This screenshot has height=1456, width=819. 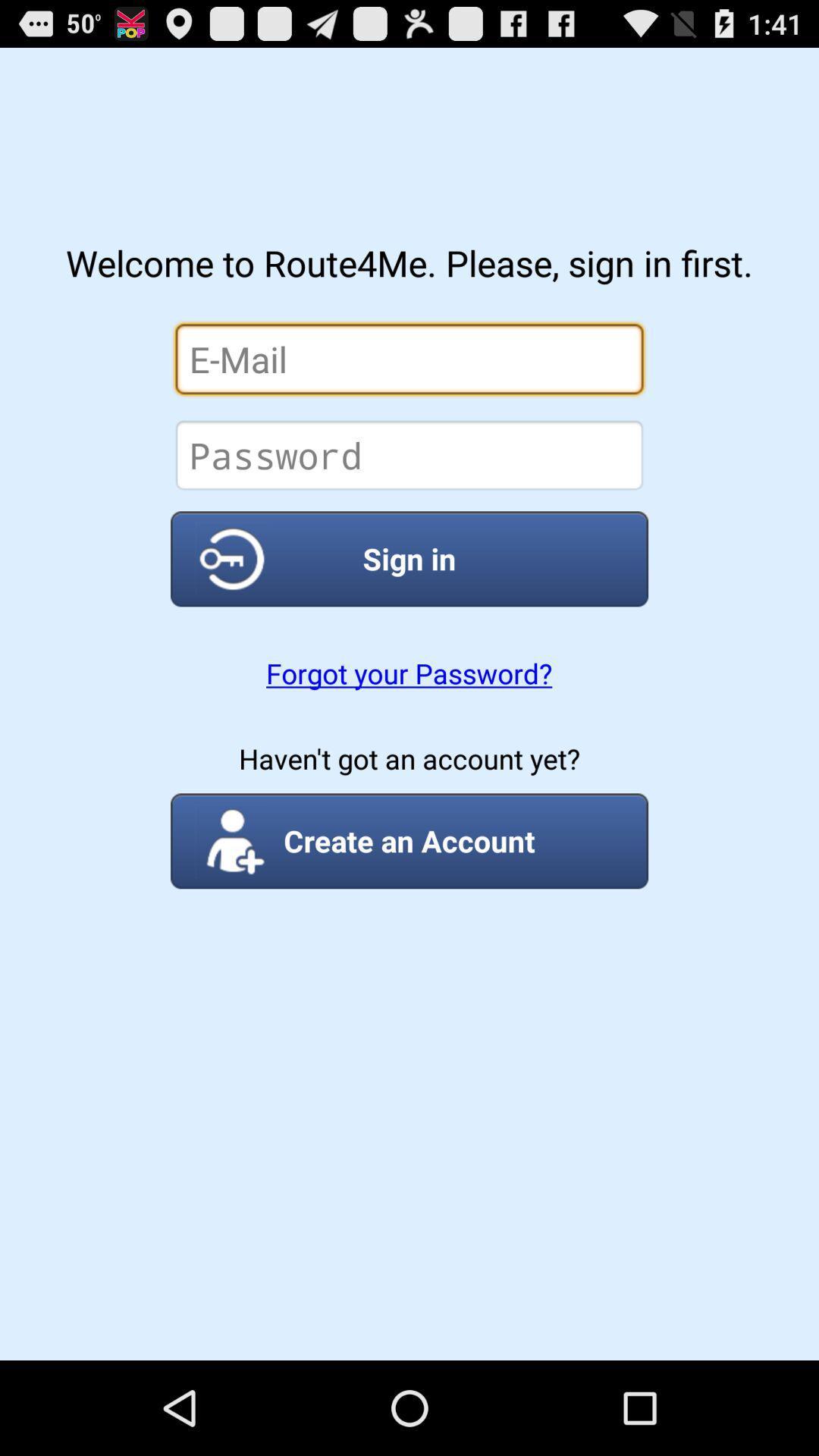 I want to click on forgot your password?, so click(x=408, y=673).